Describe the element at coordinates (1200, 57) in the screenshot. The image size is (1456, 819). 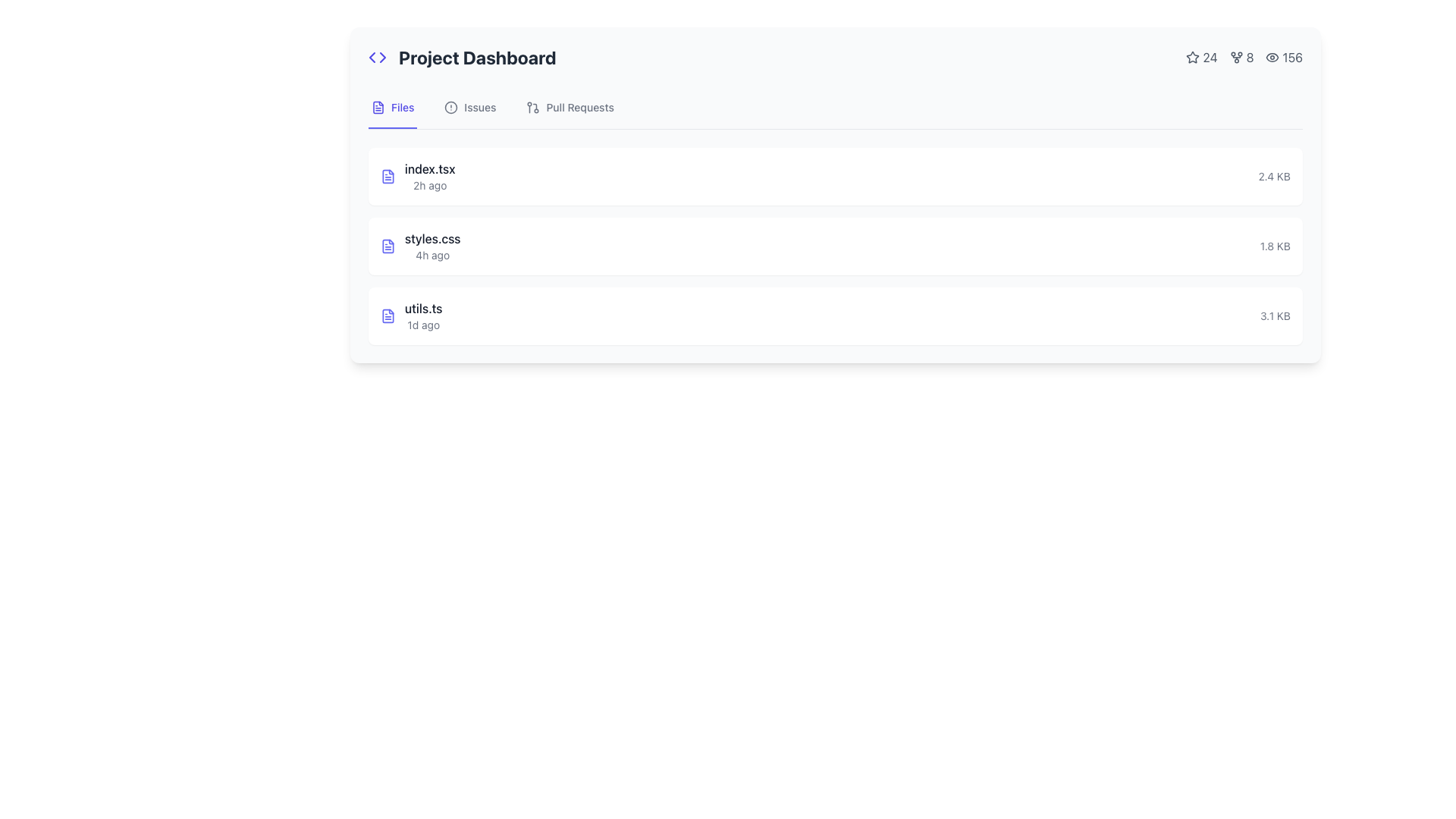
I see `the Text label representing a count next to the star icon in the upper-right corner of the interface` at that location.